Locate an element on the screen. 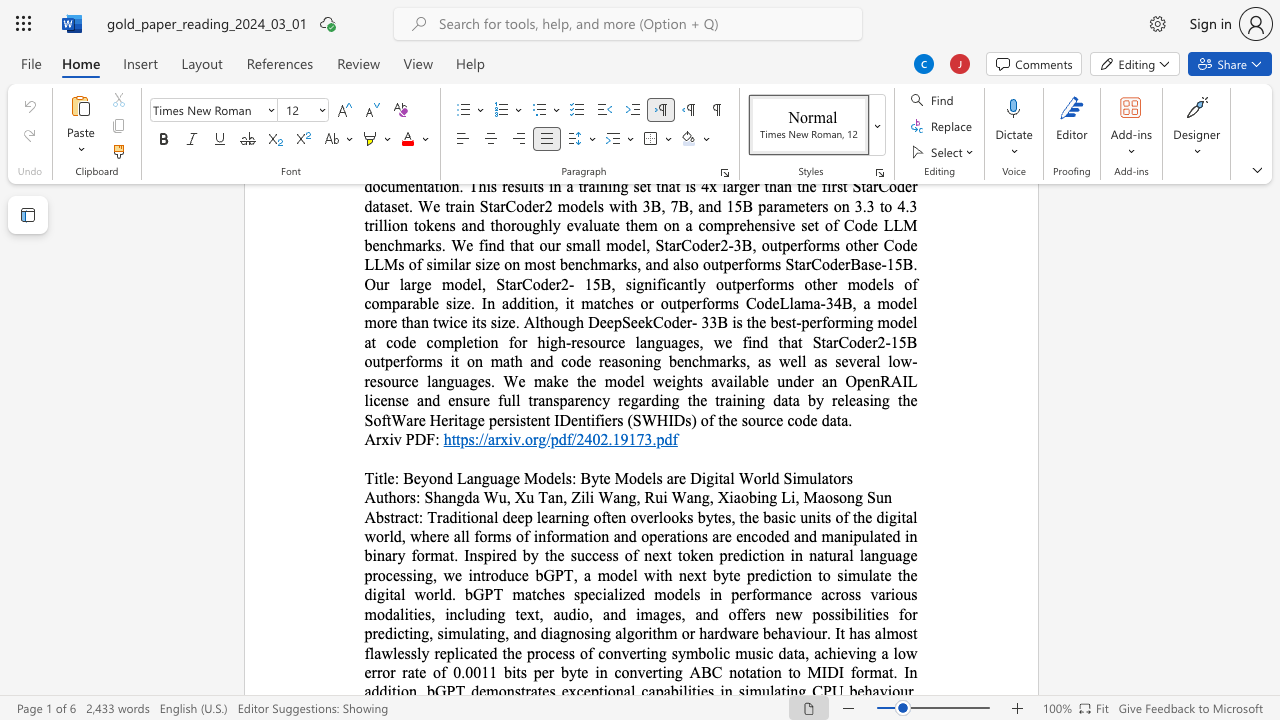  the 1th character "." in the text is located at coordinates (523, 438).